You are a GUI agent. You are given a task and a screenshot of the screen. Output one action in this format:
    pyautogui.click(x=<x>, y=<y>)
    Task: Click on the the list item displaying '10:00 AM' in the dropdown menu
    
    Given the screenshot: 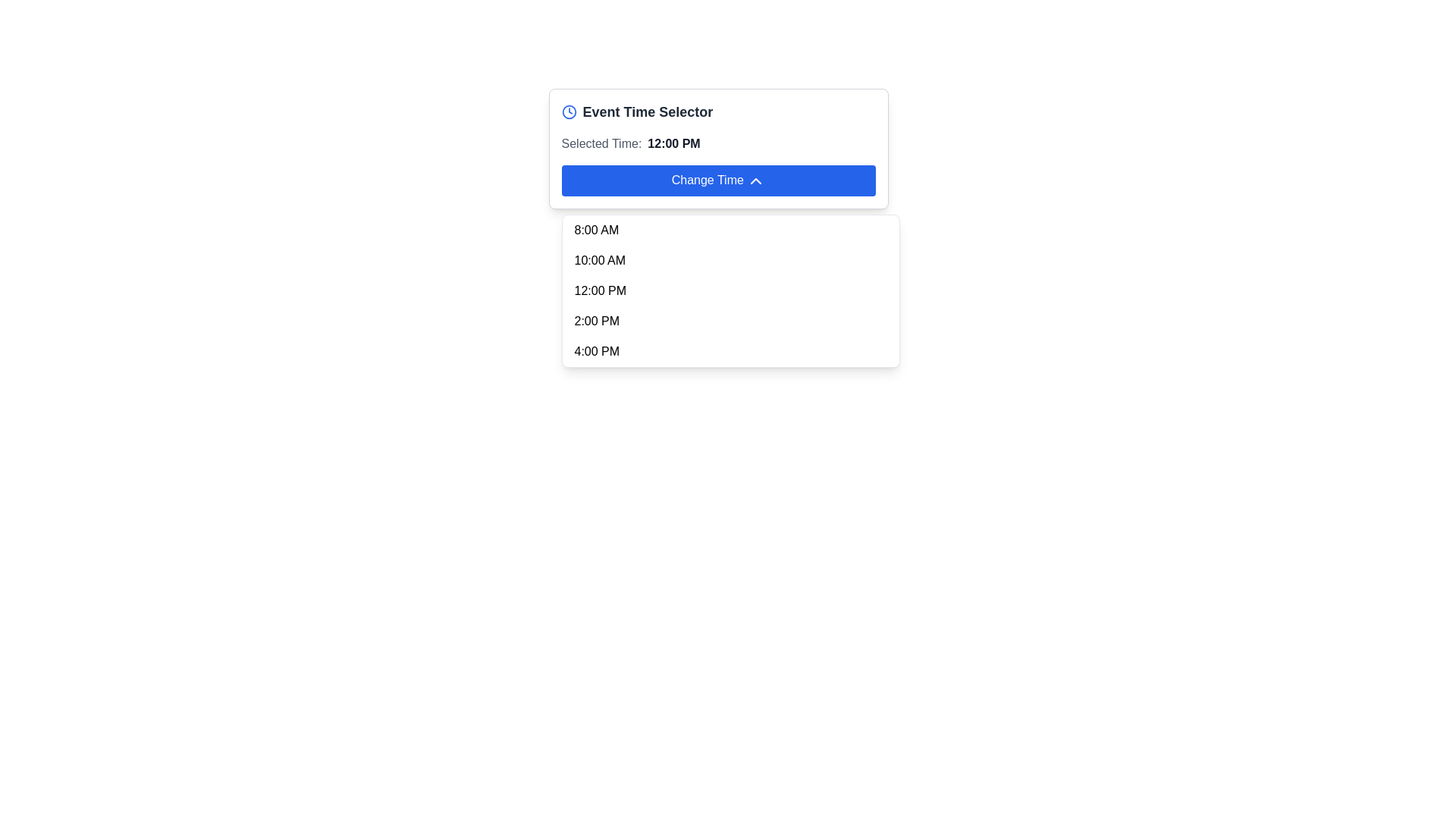 What is the action you would take?
    pyautogui.click(x=730, y=259)
    